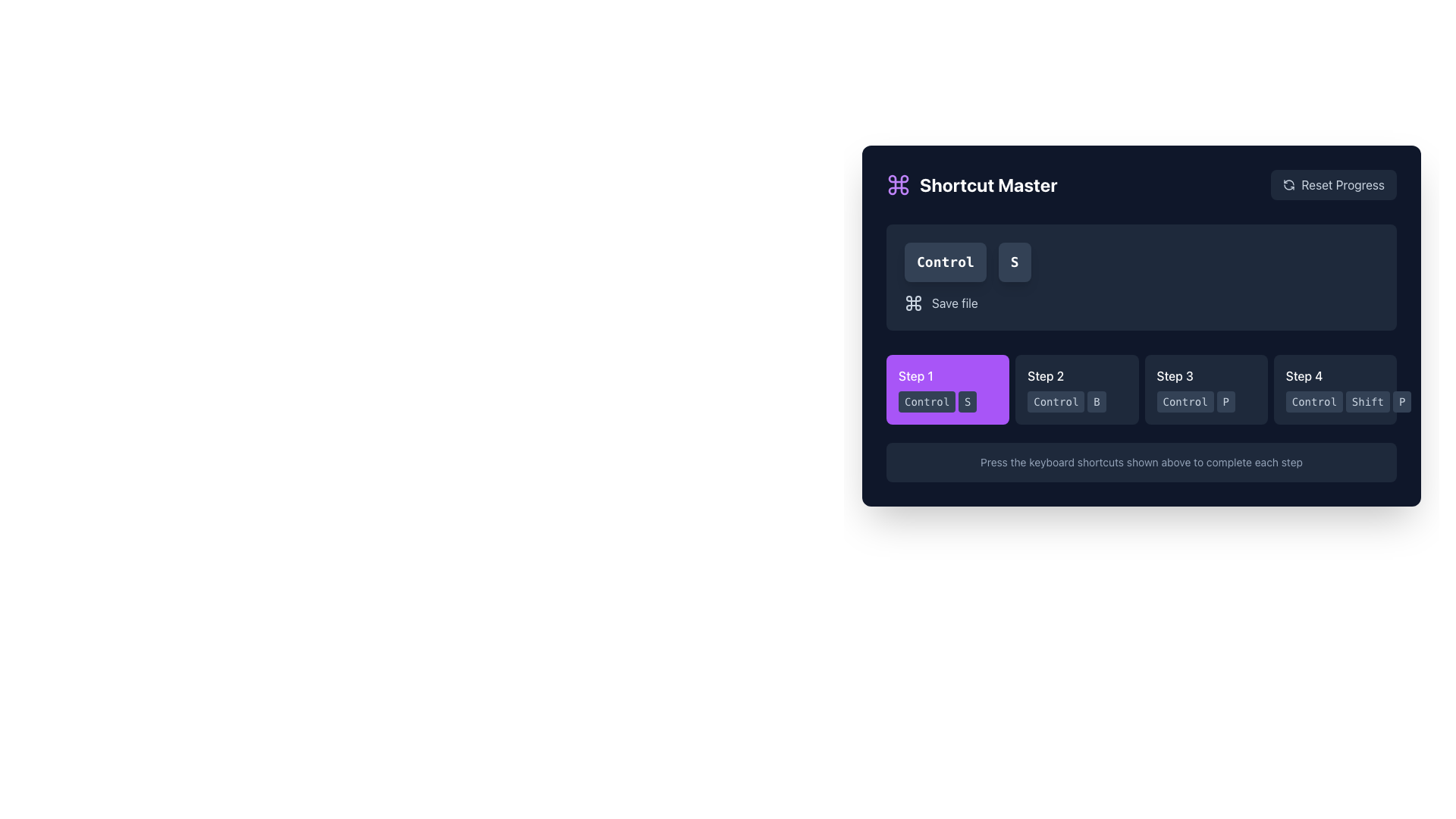 This screenshot has width=1456, height=819. I want to click on the Step indicator box labeled 'Step 1', which serves as a visual guide for the 'Control S' keyboard shortcut, so click(947, 388).